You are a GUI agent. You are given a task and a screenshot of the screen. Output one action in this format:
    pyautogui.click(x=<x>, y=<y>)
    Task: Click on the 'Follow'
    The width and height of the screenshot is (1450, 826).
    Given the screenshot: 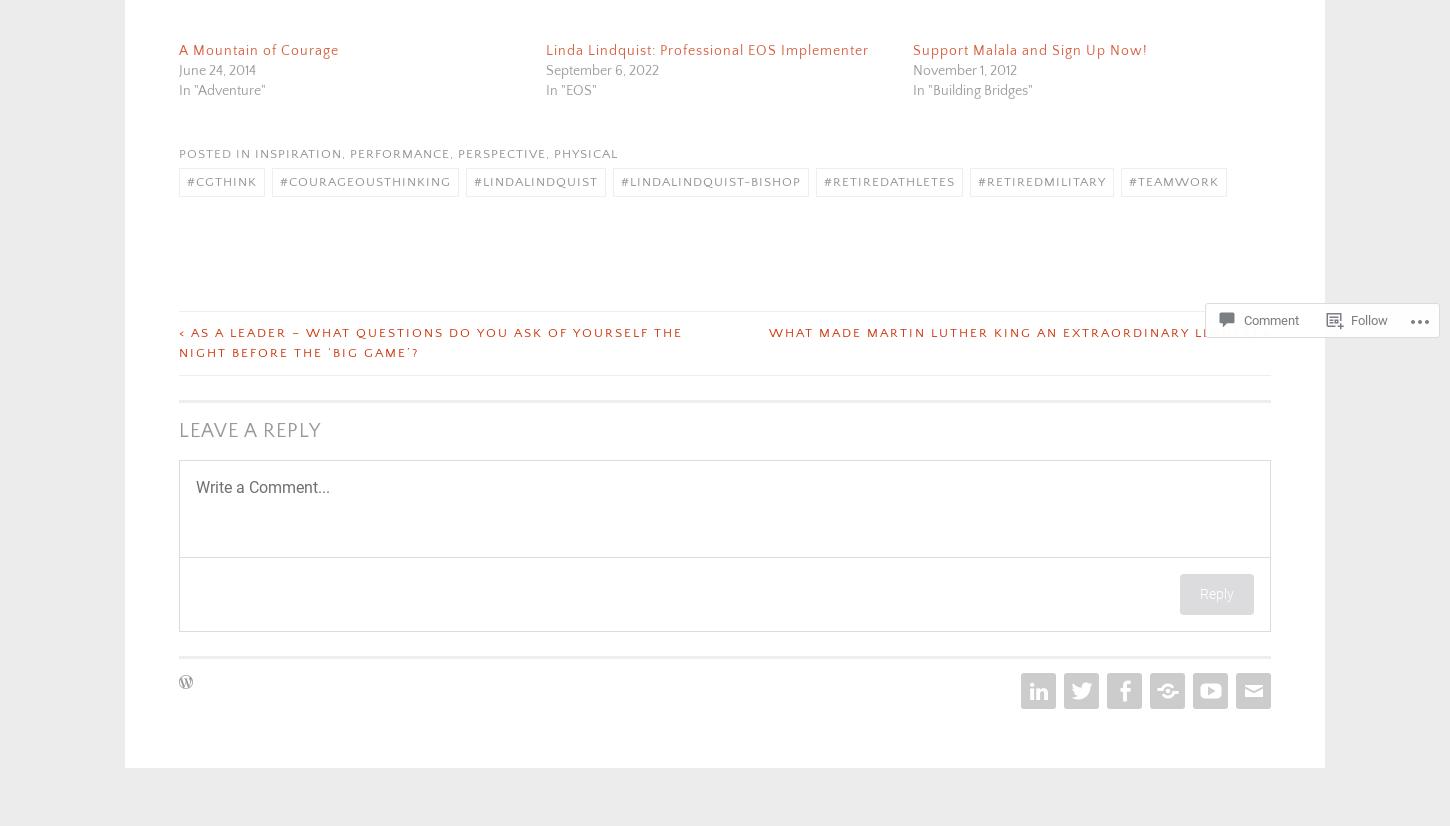 What is the action you would take?
    pyautogui.click(x=1349, y=320)
    